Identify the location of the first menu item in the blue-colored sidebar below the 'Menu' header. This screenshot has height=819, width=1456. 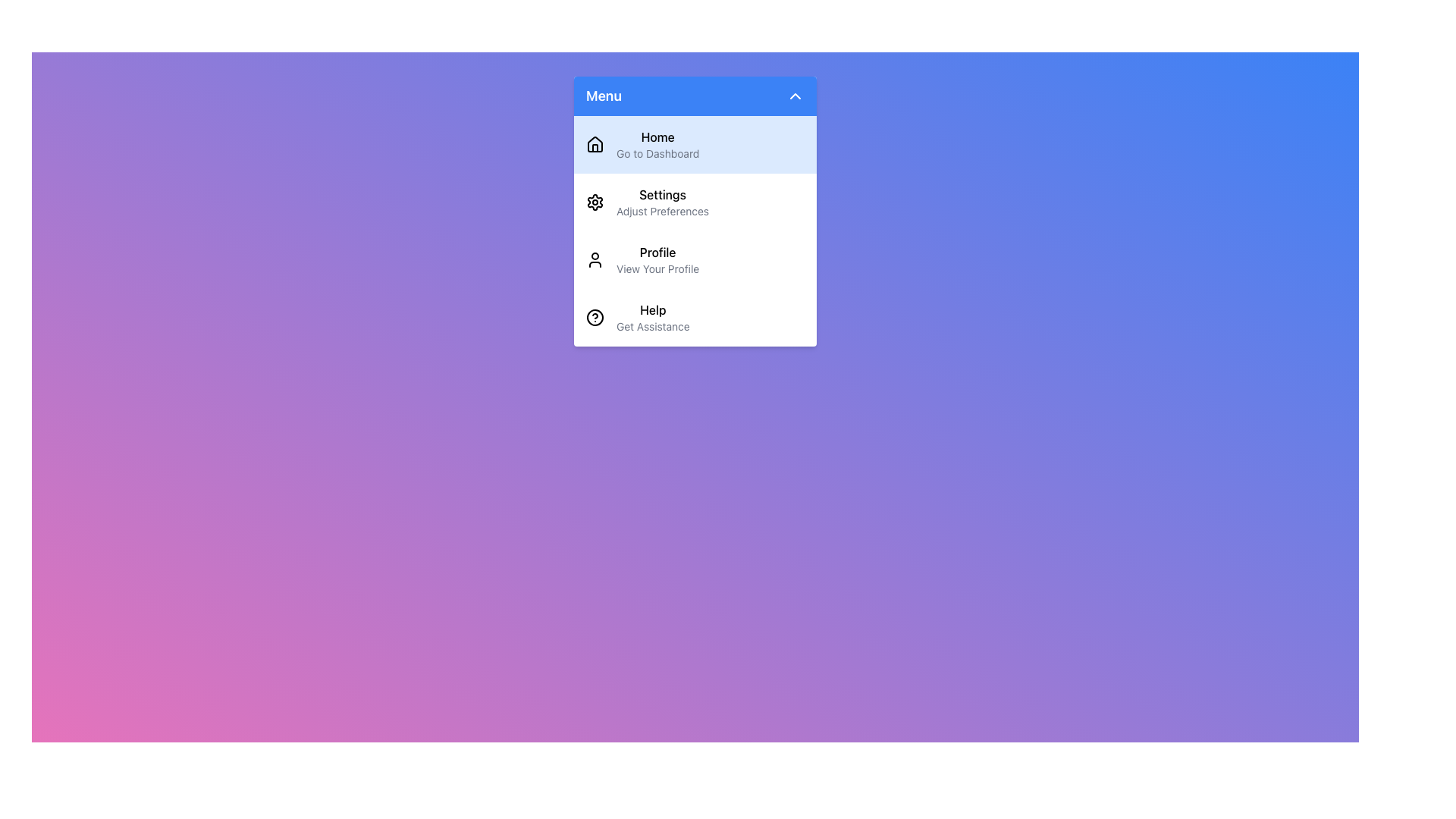
(657, 145).